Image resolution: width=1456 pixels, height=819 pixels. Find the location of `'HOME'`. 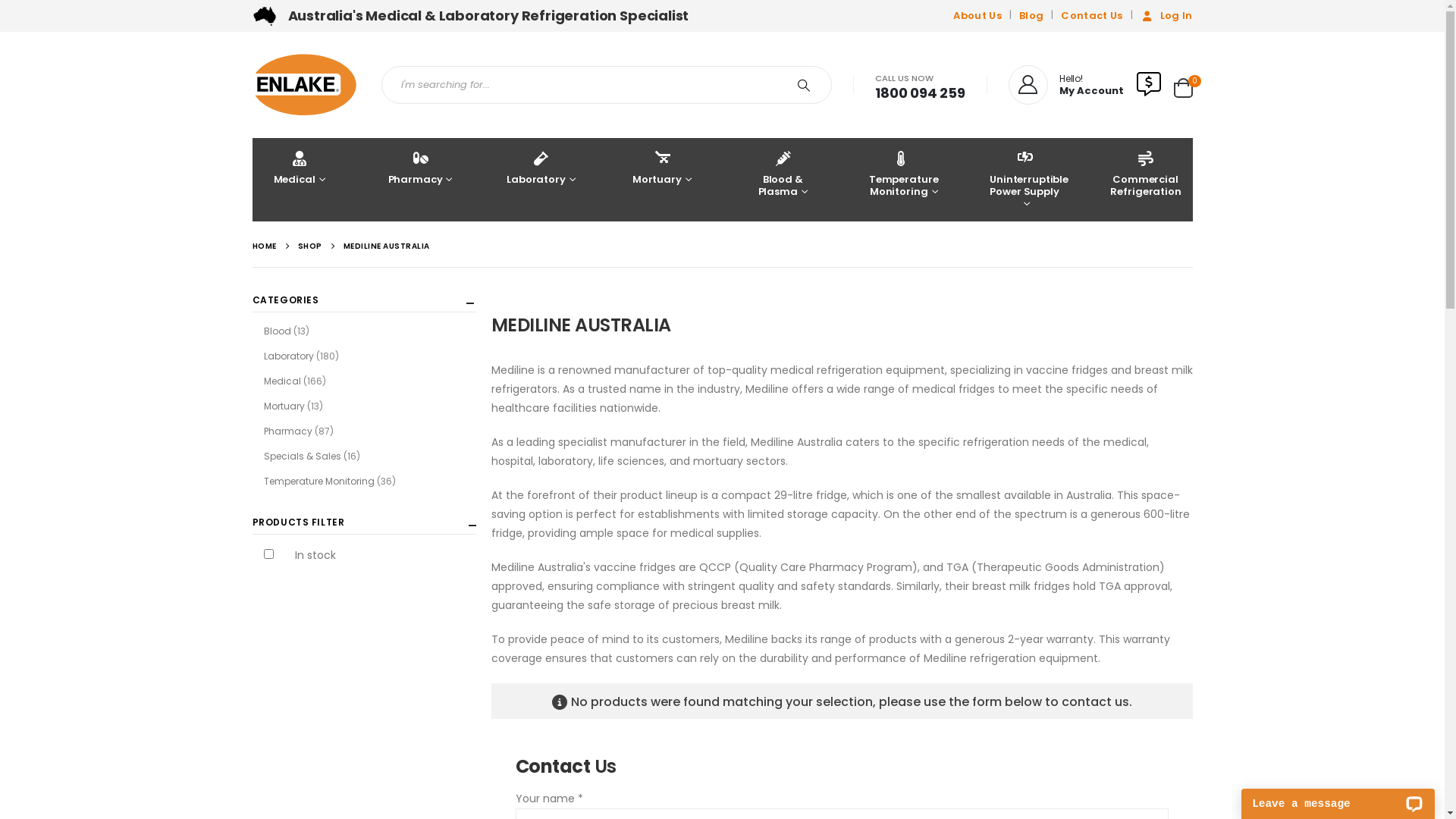

'HOME' is located at coordinates (263, 245).